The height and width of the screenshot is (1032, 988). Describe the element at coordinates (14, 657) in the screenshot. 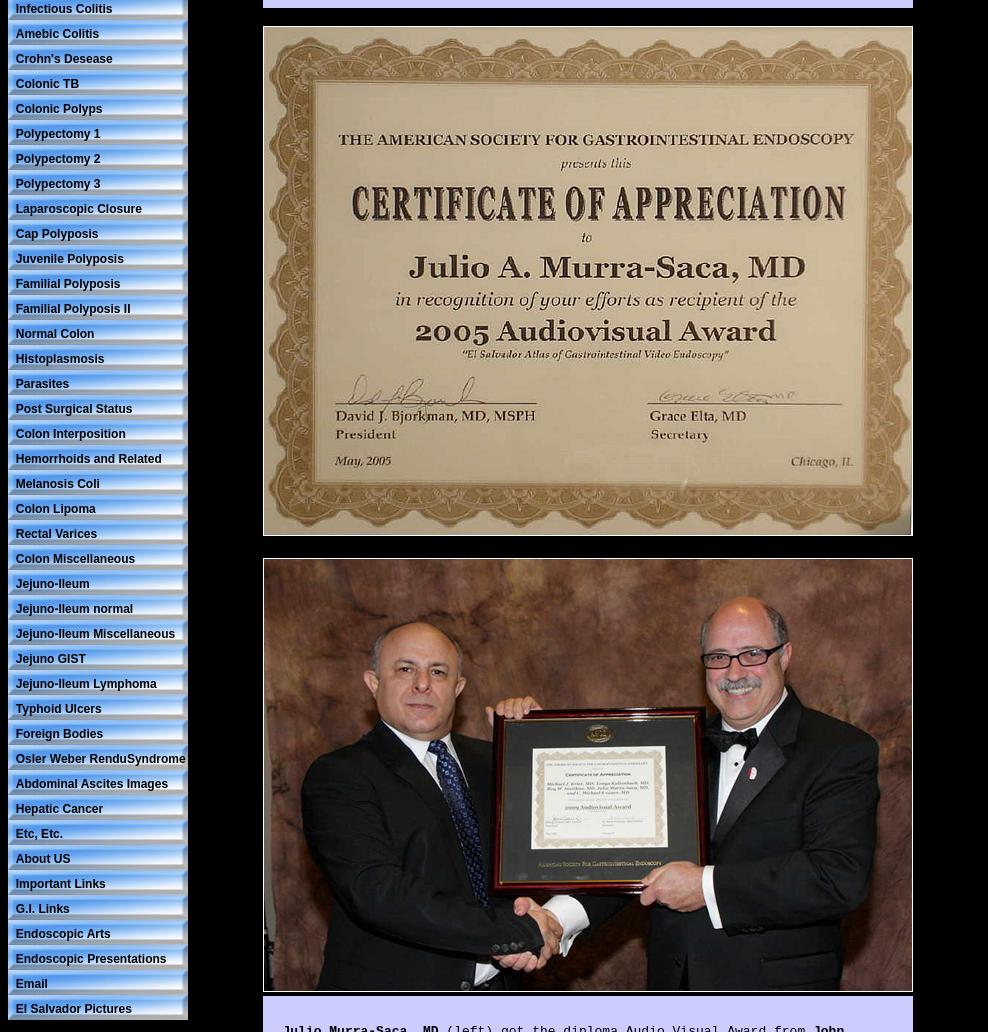

I see `'Jejuno GIST'` at that location.